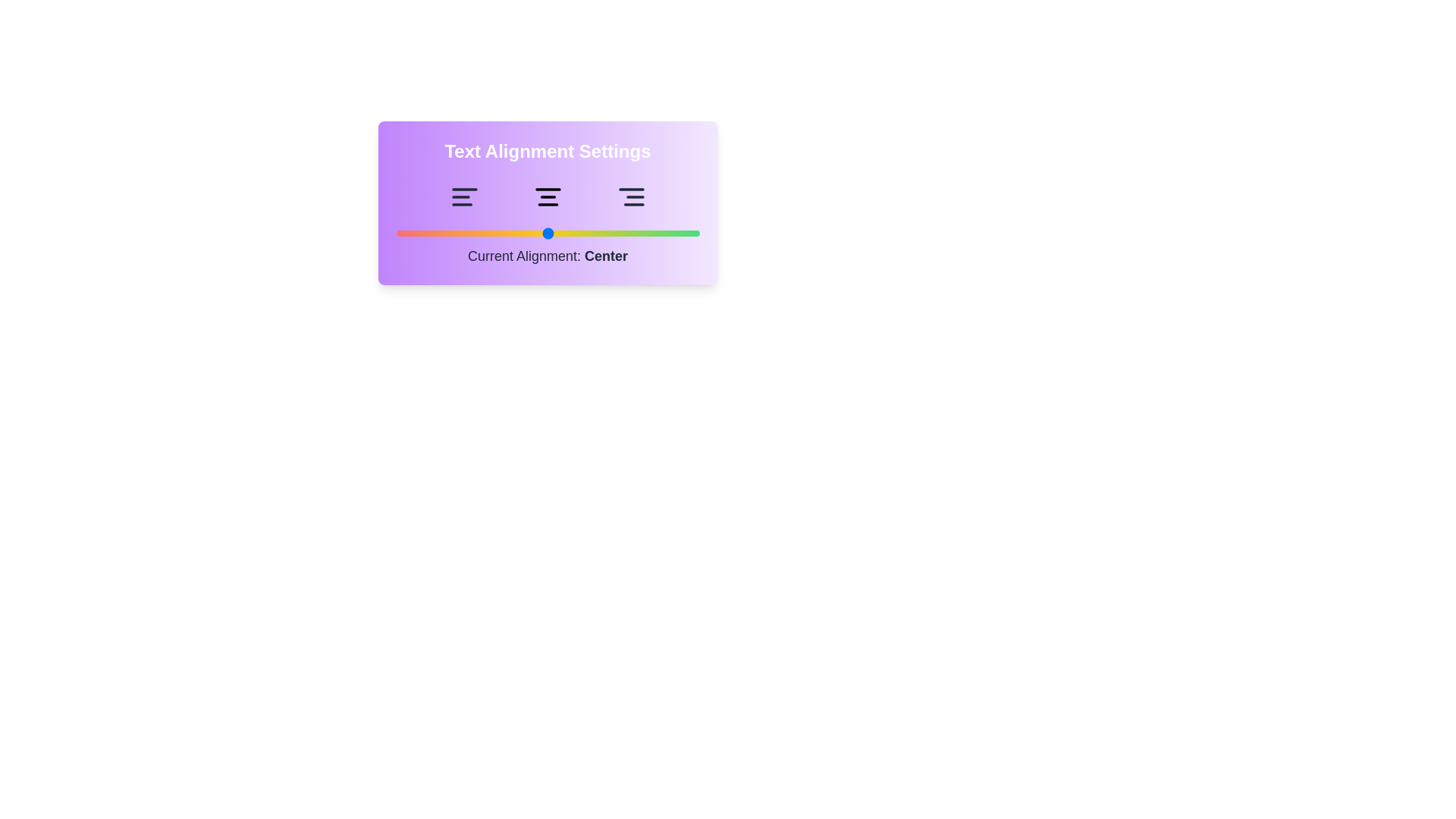  What do you see at coordinates (660, 234) in the screenshot?
I see `the alignment slider to 87 and observe the text indicator update` at bounding box center [660, 234].